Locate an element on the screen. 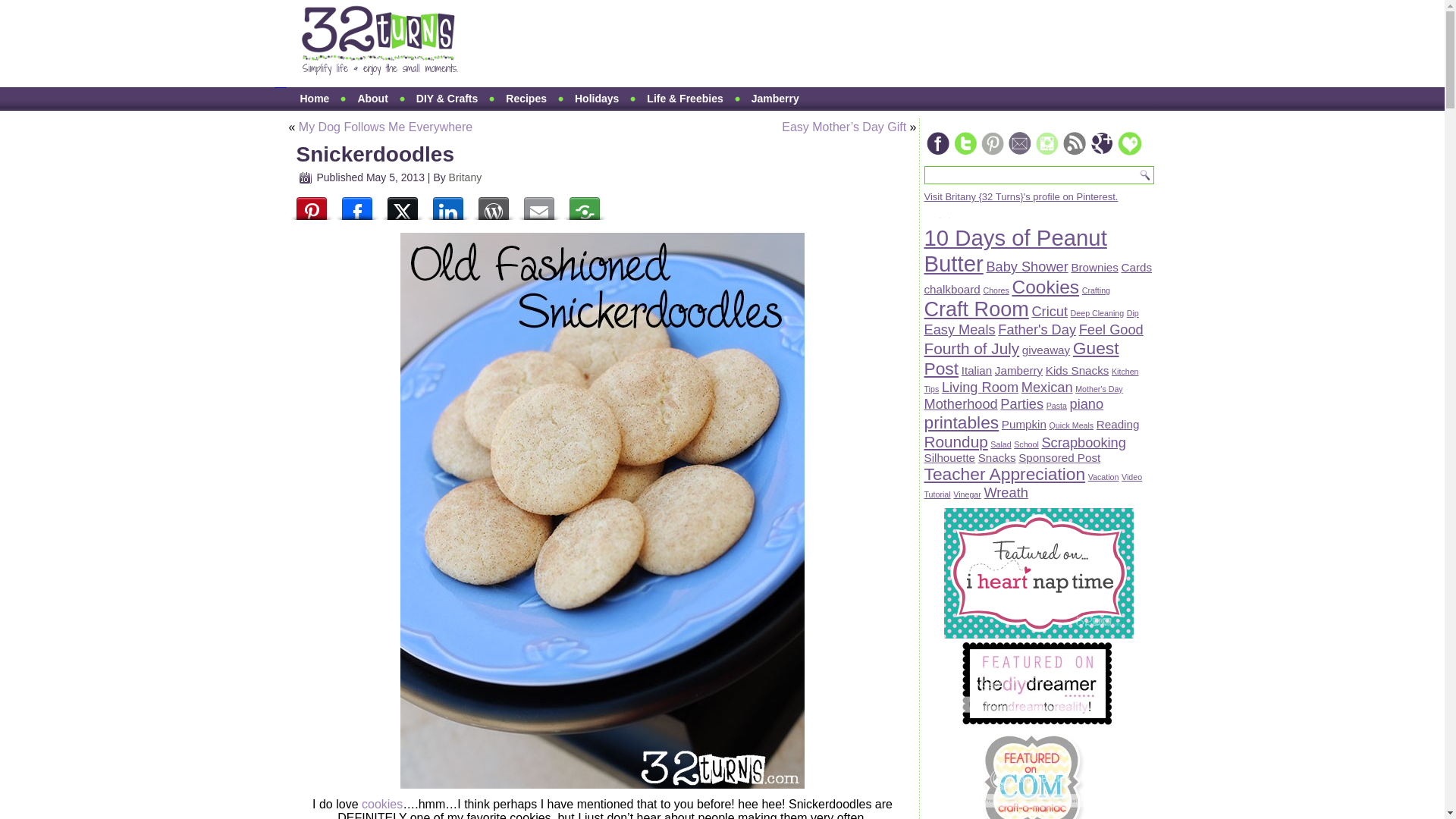 Image resolution: width=1456 pixels, height=819 pixels. 'Roundup' is located at coordinates (954, 441).